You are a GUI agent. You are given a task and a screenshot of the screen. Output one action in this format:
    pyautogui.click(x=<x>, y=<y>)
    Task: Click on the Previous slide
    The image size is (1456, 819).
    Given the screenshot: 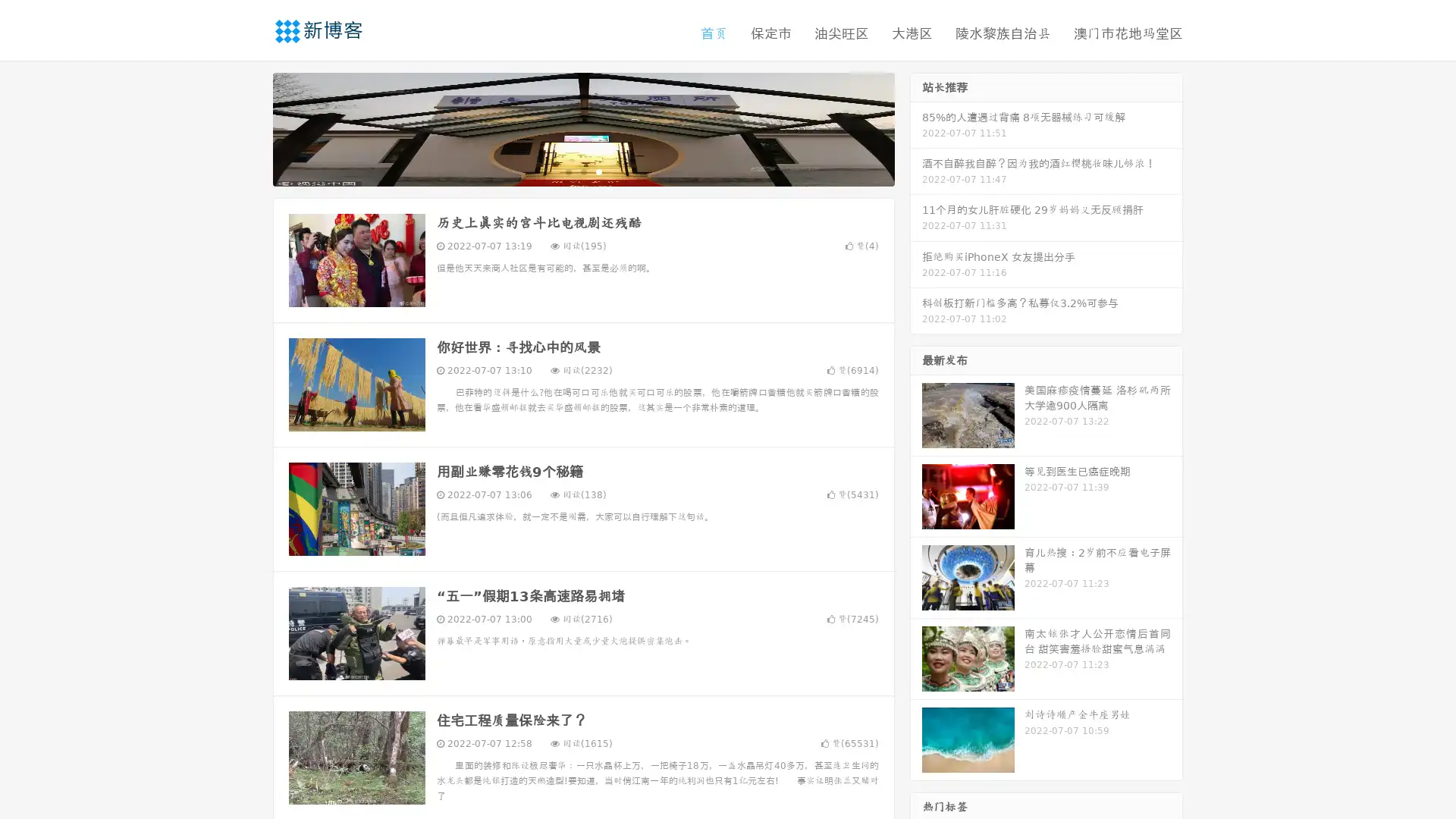 What is the action you would take?
    pyautogui.click(x=250, y=127)
    